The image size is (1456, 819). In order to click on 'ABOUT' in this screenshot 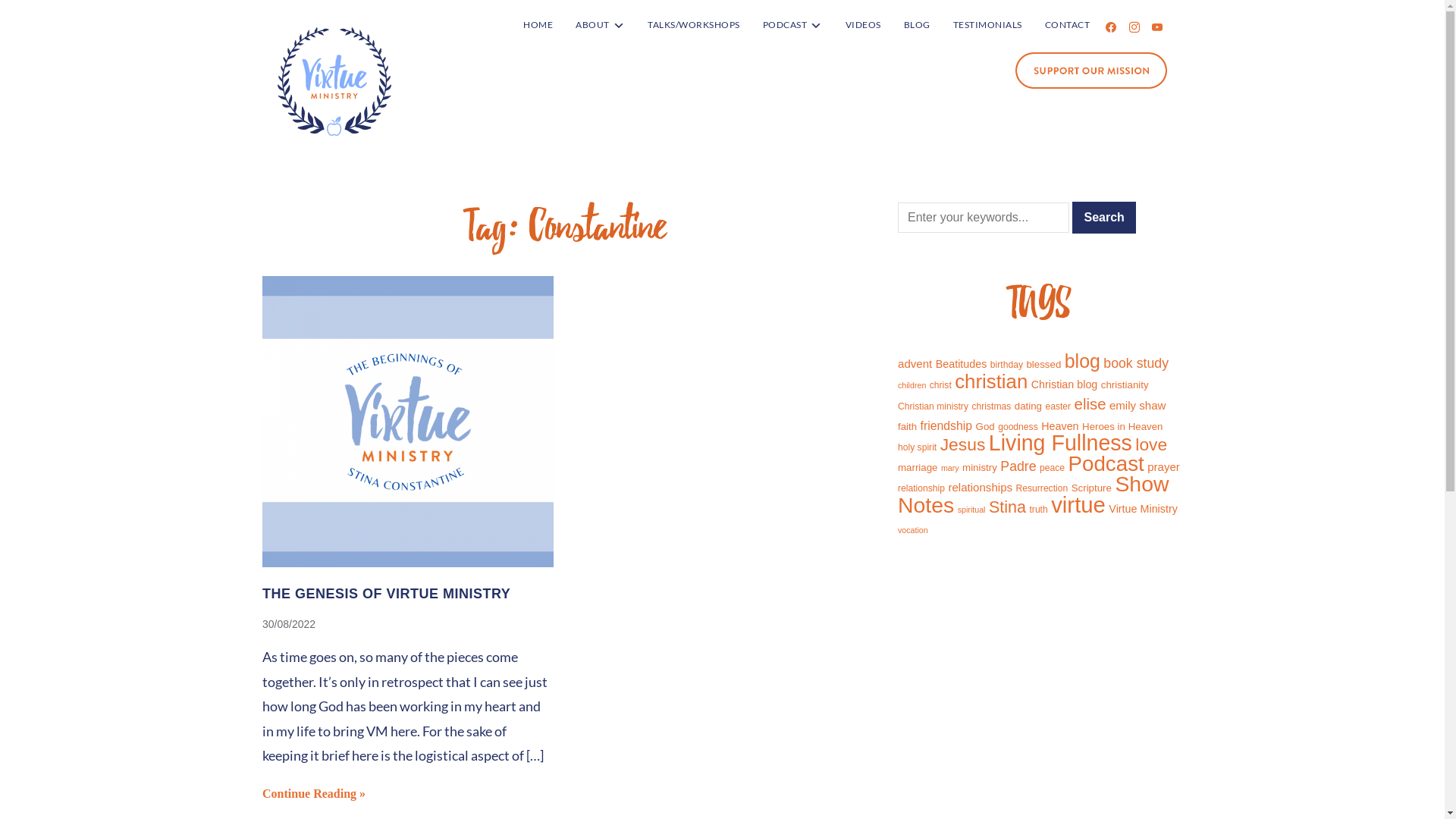, I will do `click(574, 25)`.